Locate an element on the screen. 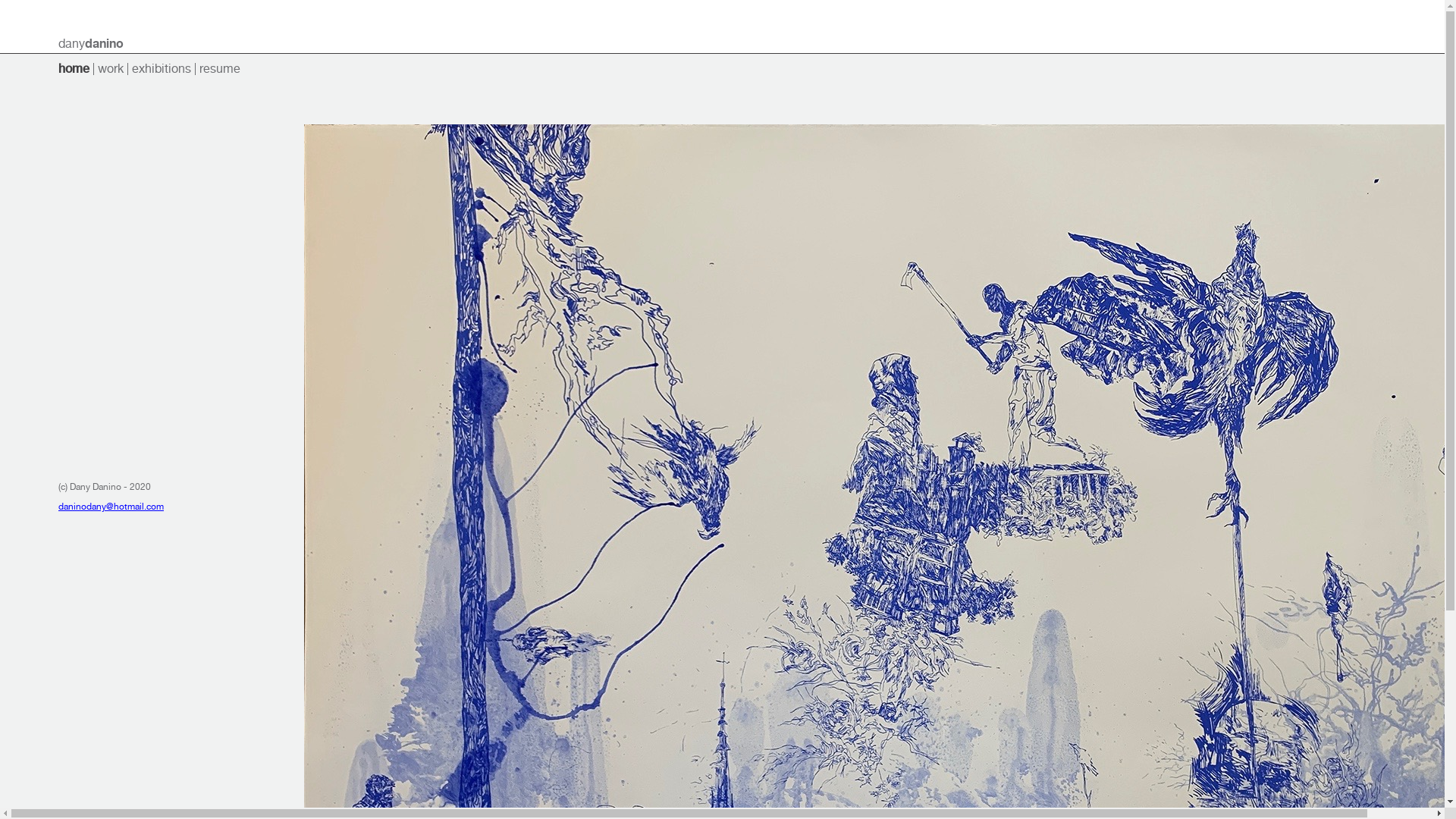 Image resolution: width=1456 pixels, height=819 pixels. 'exhibitions' is located at coordinates (161, 68).